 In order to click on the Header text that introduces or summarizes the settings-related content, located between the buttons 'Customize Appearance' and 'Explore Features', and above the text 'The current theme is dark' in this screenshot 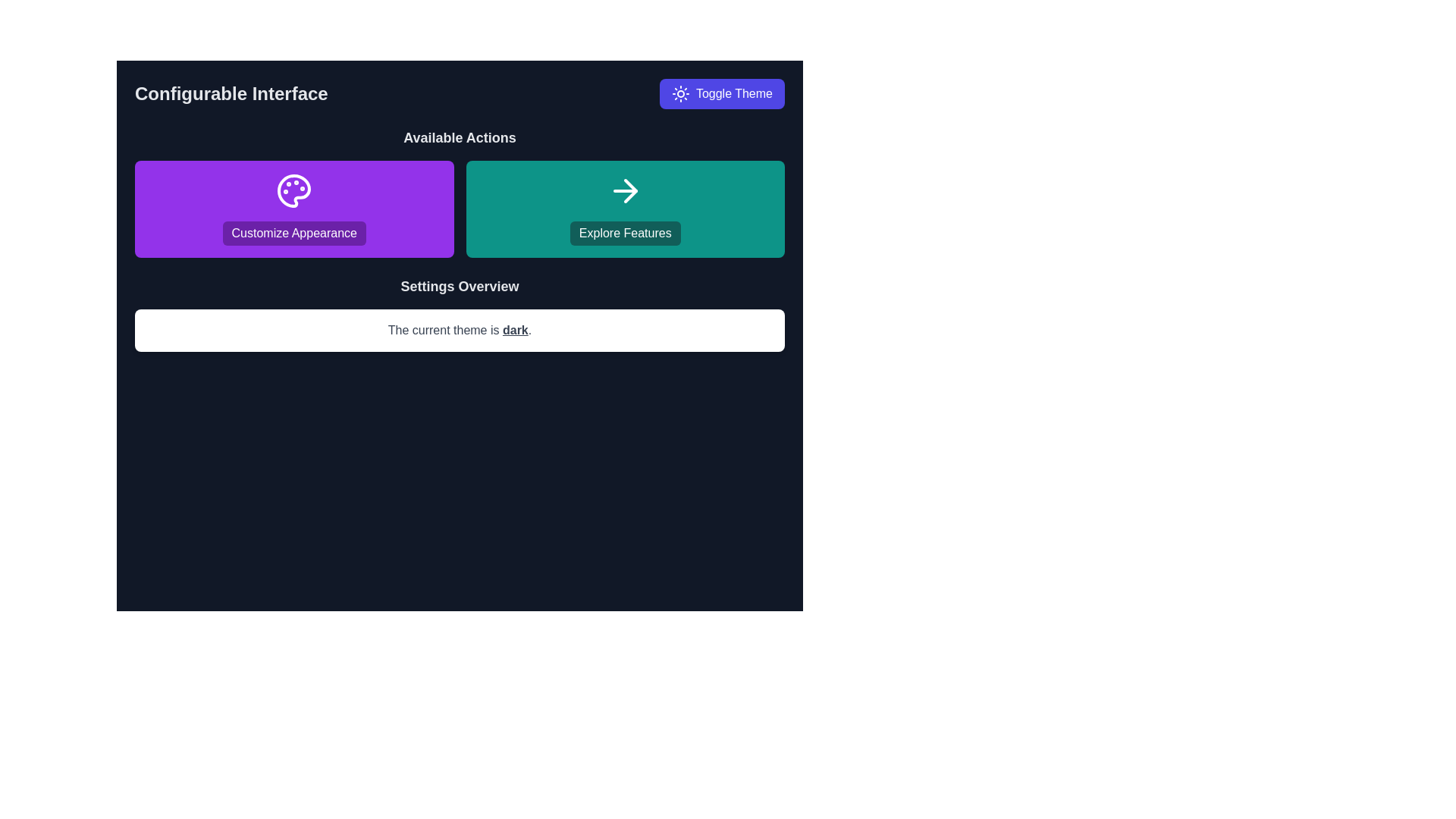, I will do `click(459, 287)`.